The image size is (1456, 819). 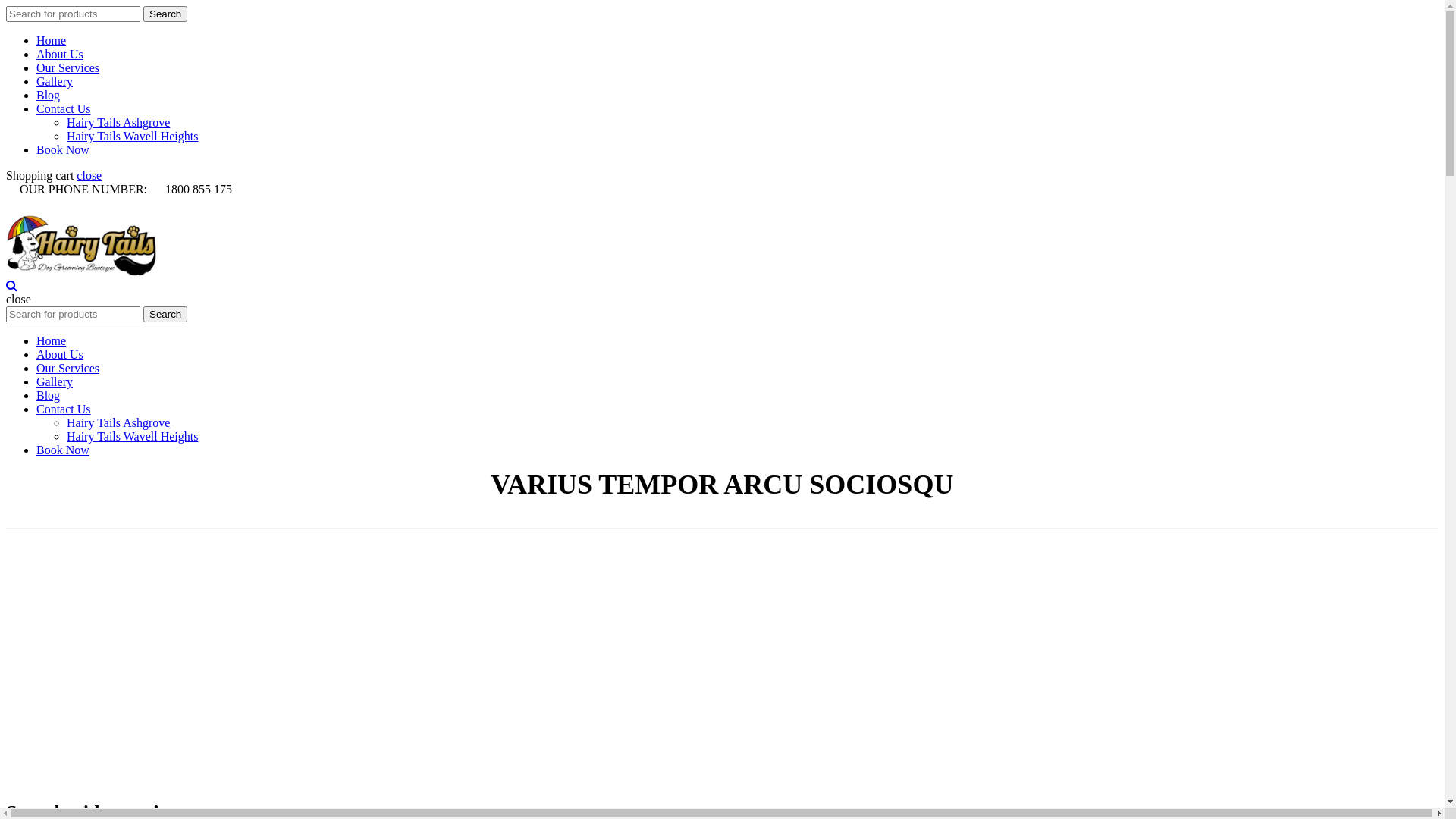 What do you see at coordinates (48, 255) in the screenshot?
I see `'Blog'` at bounding box center [48, 255].